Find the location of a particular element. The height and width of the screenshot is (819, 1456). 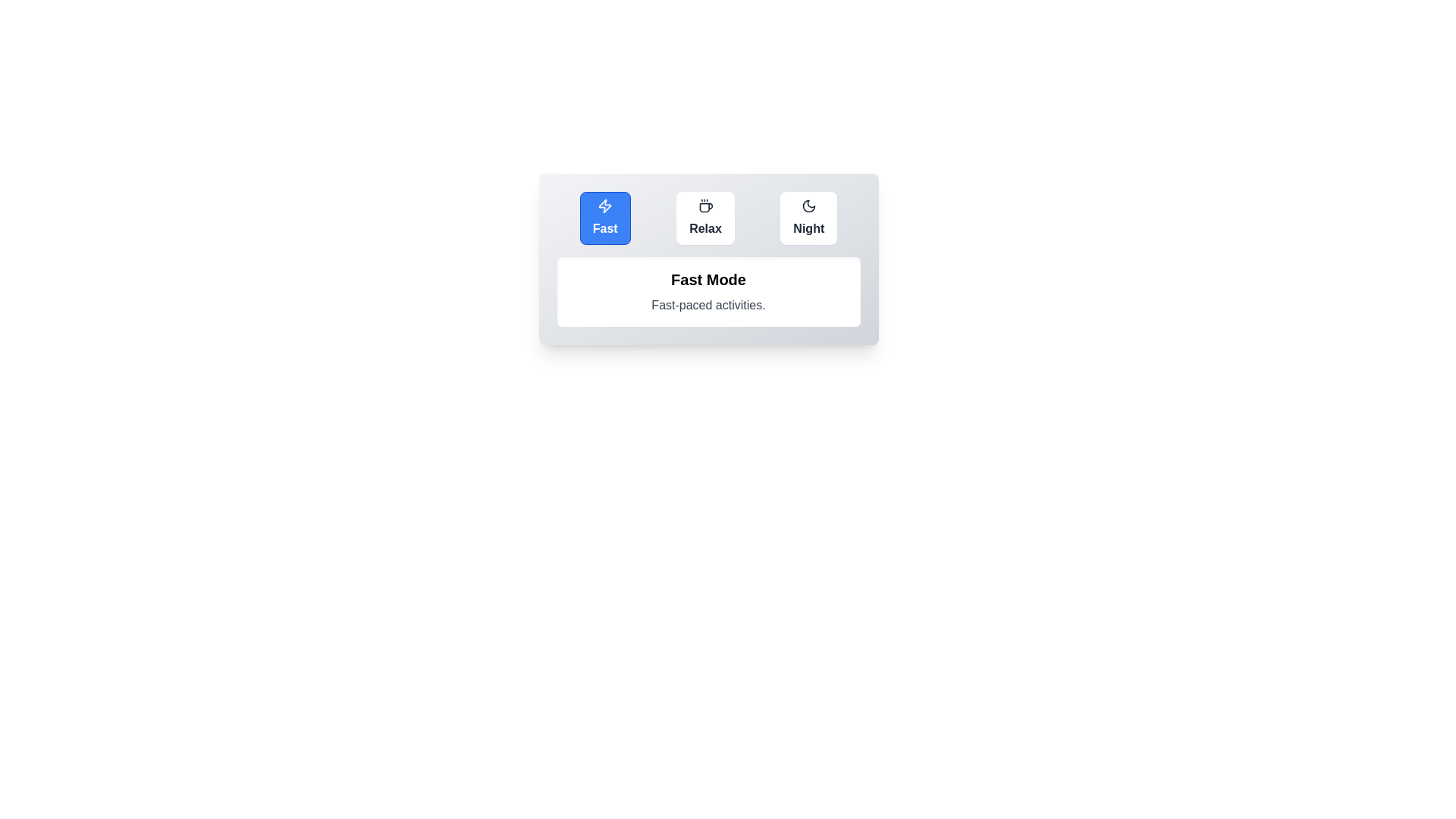

the 'Relax' mode icon, which is visually centered above the text 'Relax' and is the middle button in a horizontal alignment with 'Fast' and 'Night' buttons is located at coordinates (704, 206).